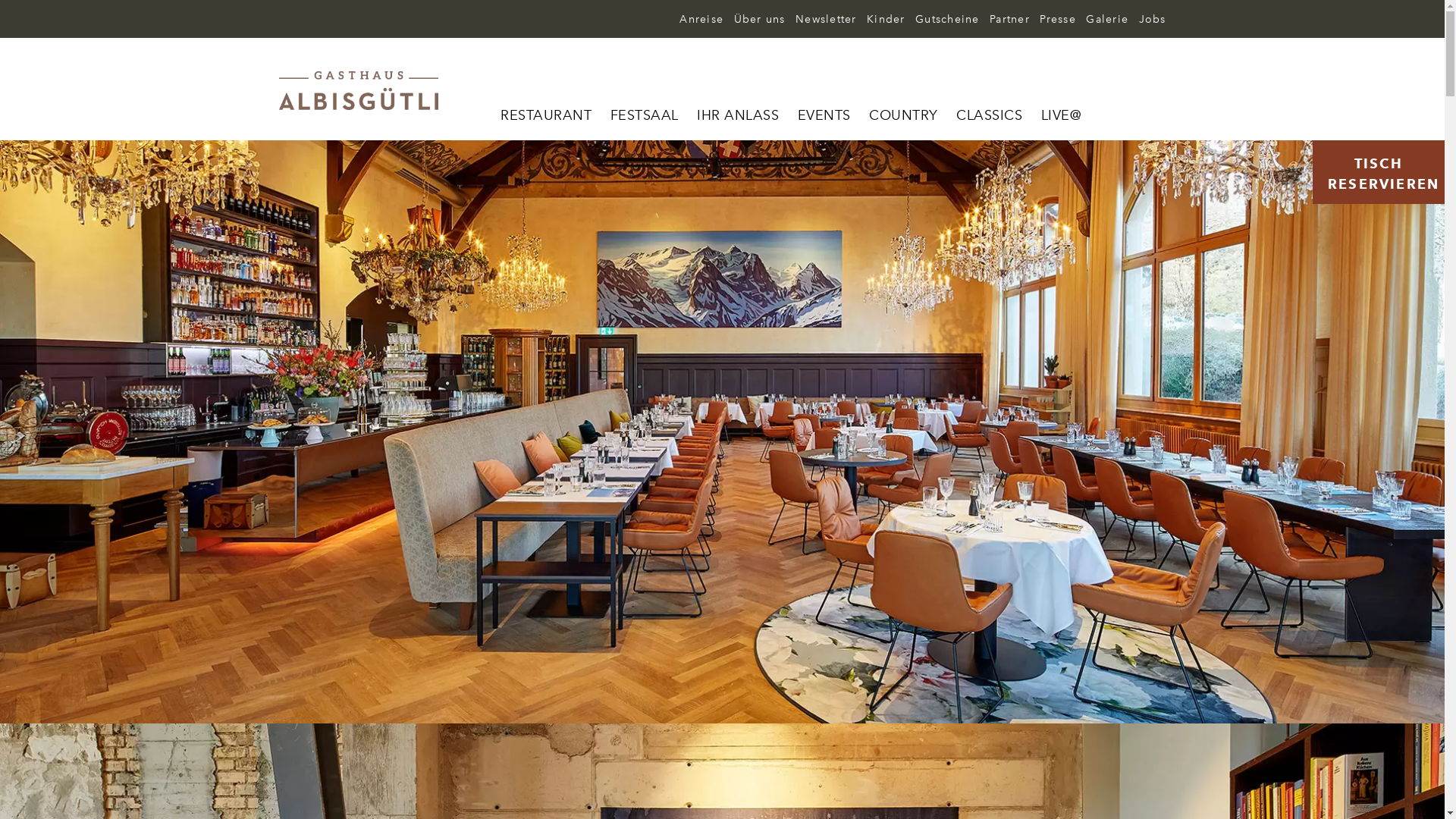 The height and width of the screenshot is (819, 1456). I want to click on 'Newsletter', so click(821, 20).